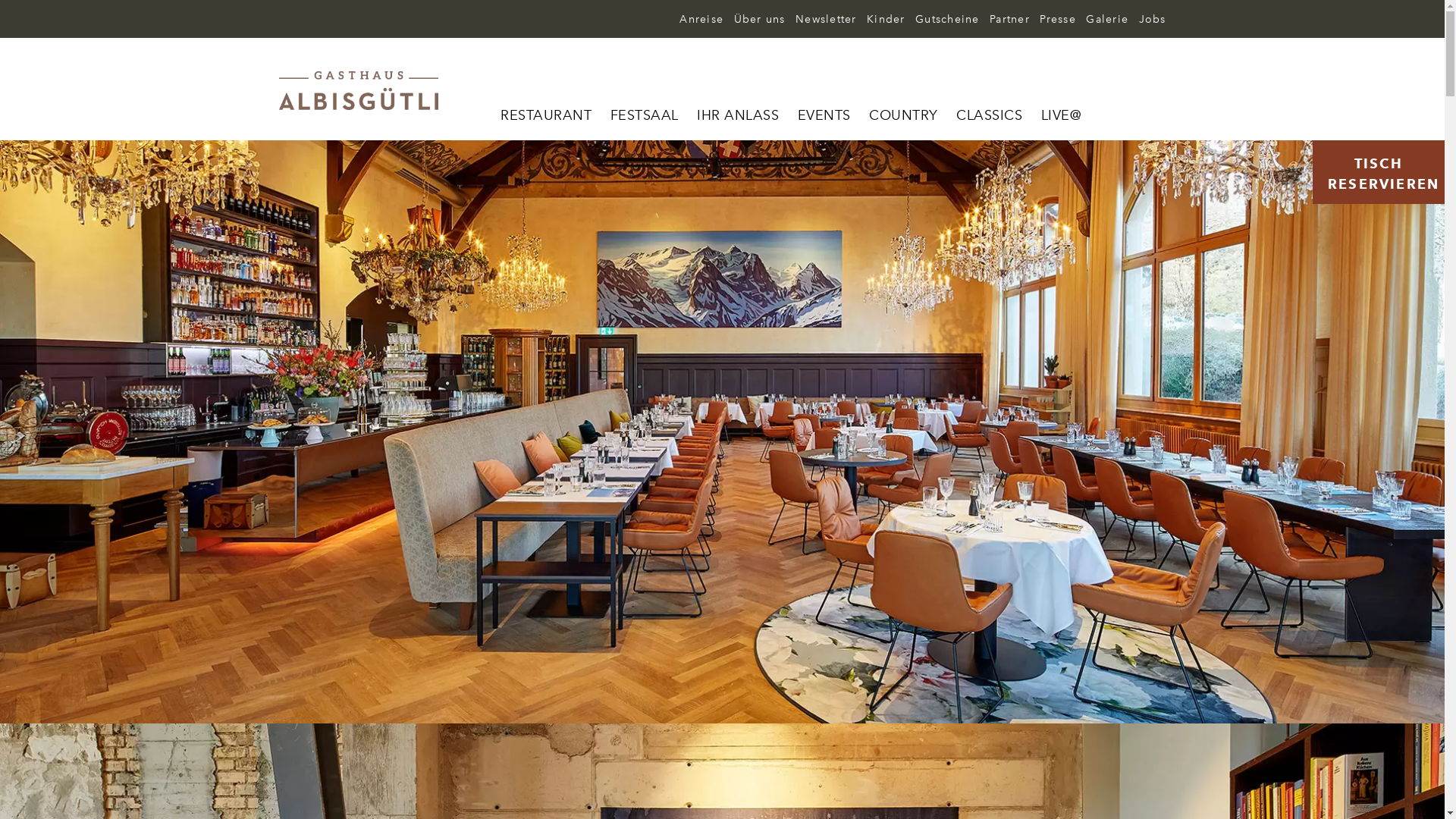 The height and width of the screenshot is (819, 1456). I want to click on 'Newsletter', so click(821, 20).